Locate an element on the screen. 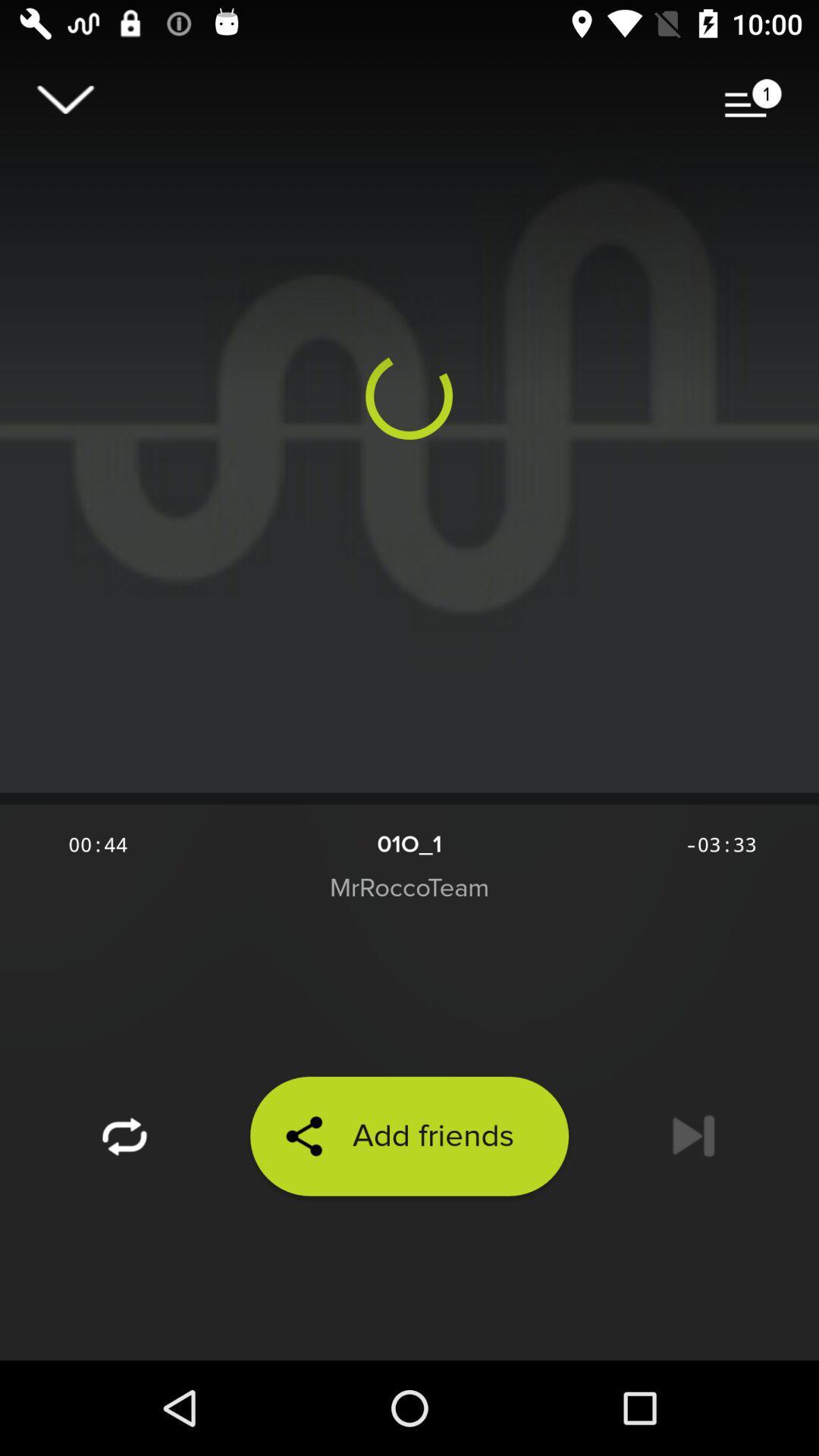 This screenshot has height=1456, width=819. the skip_next icon is located at coordinates (693, 1136).